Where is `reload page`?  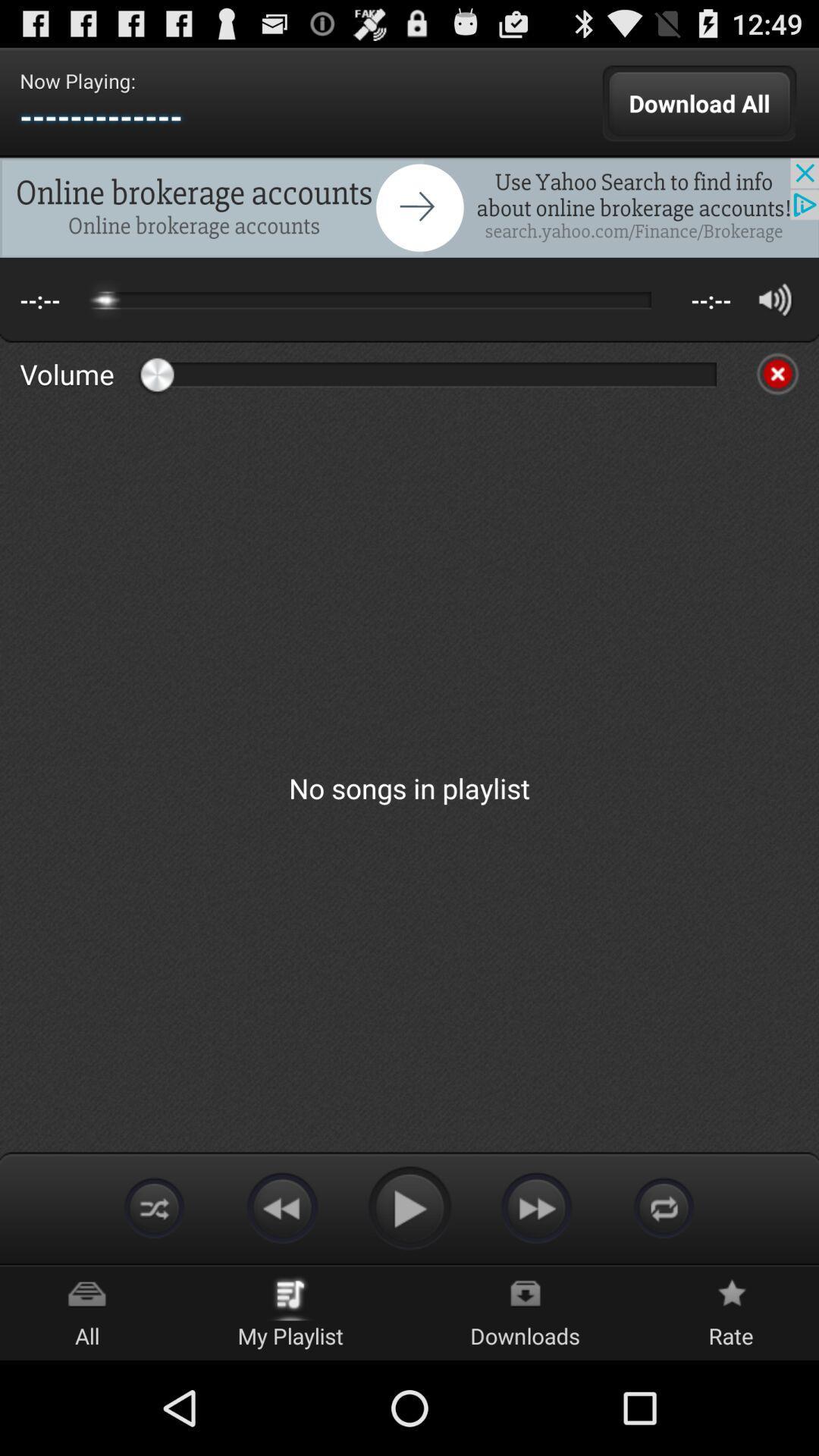
reload page is located at coordinates (663, 1207).